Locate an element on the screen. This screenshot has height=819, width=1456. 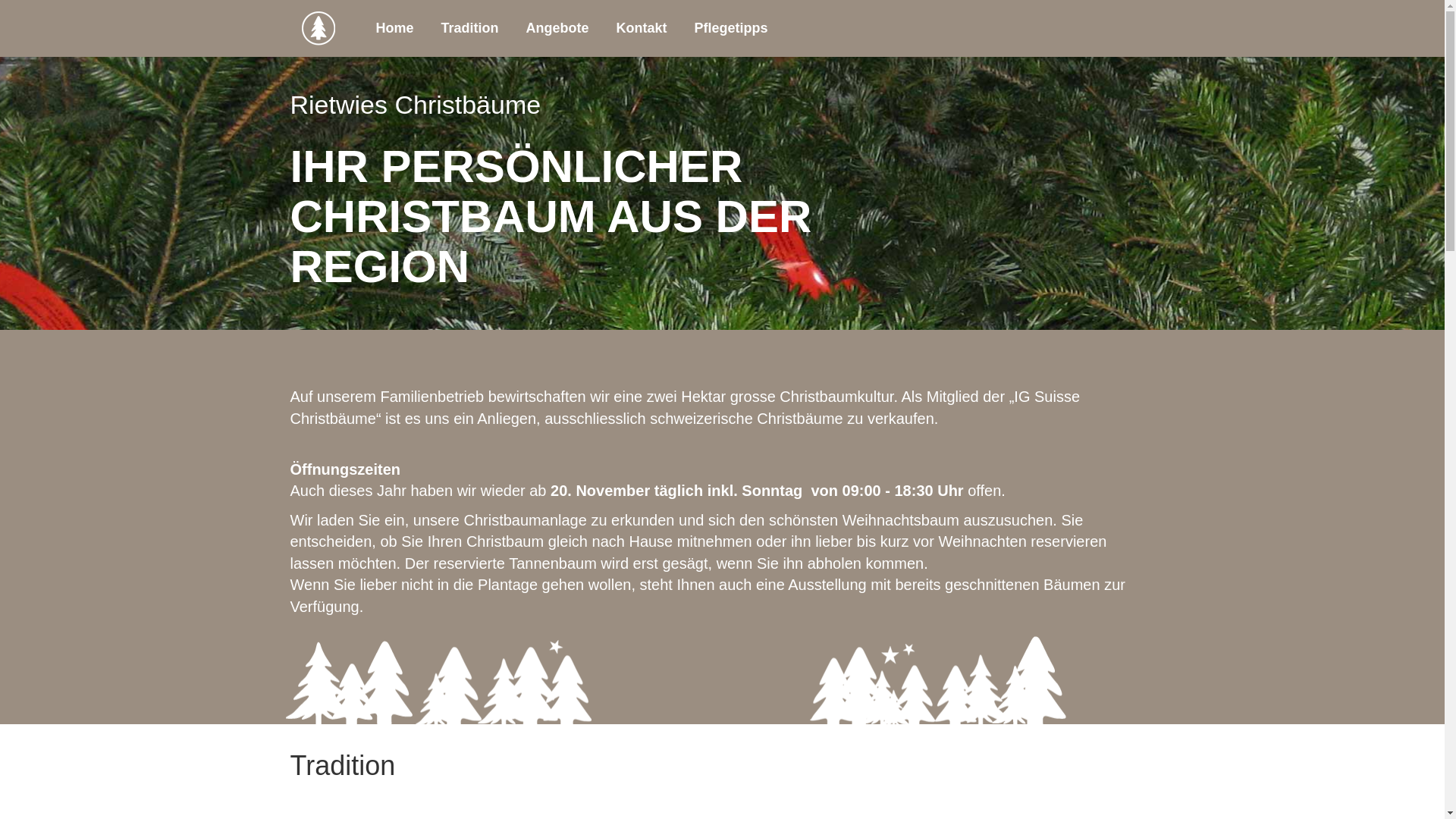
'Home' is located at coordinates (395, 28).